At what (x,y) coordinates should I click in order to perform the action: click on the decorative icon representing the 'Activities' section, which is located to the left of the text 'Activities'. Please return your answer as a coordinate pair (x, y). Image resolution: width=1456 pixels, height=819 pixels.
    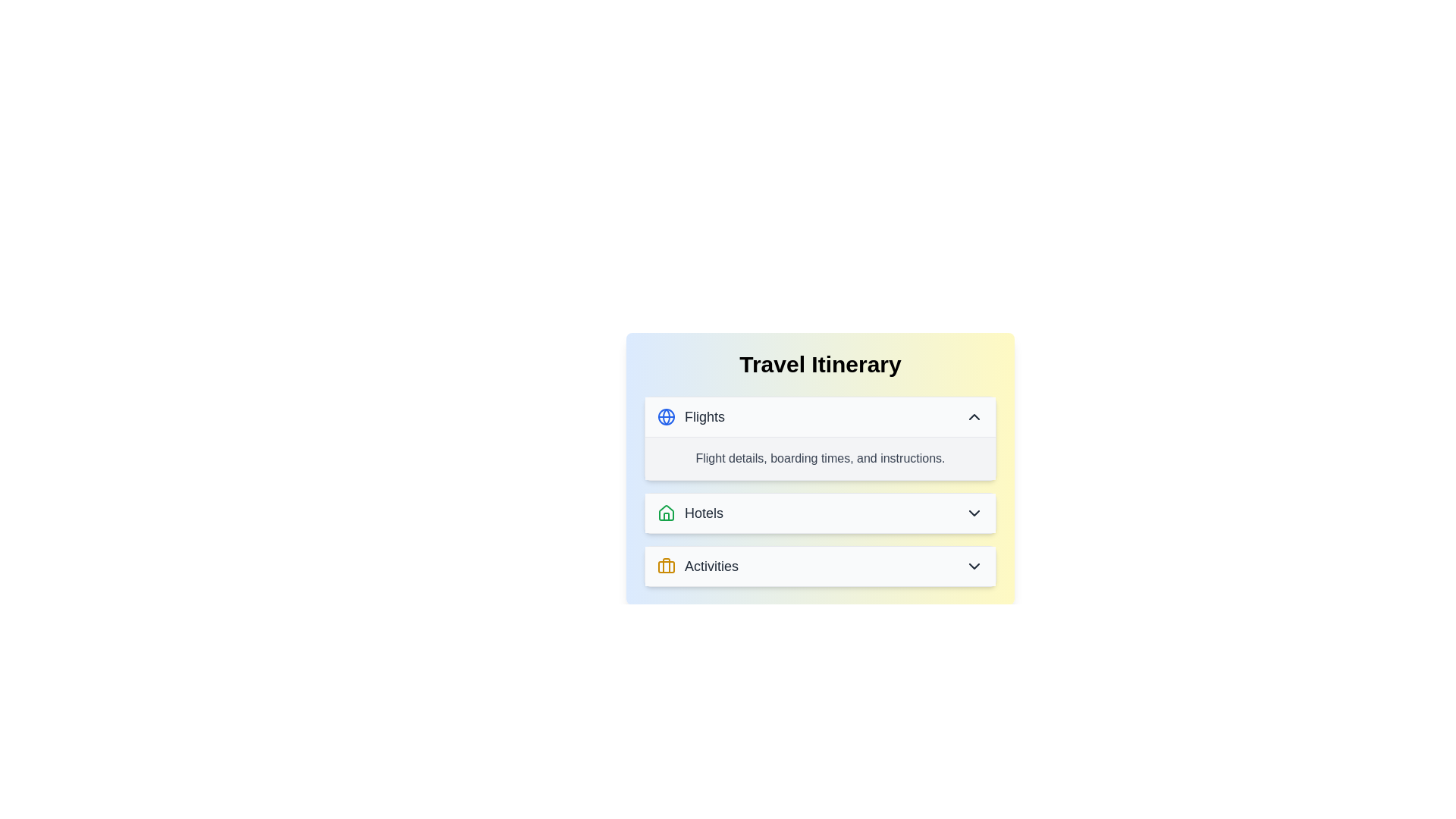
    Looking at the image, I should click on (666, 566).